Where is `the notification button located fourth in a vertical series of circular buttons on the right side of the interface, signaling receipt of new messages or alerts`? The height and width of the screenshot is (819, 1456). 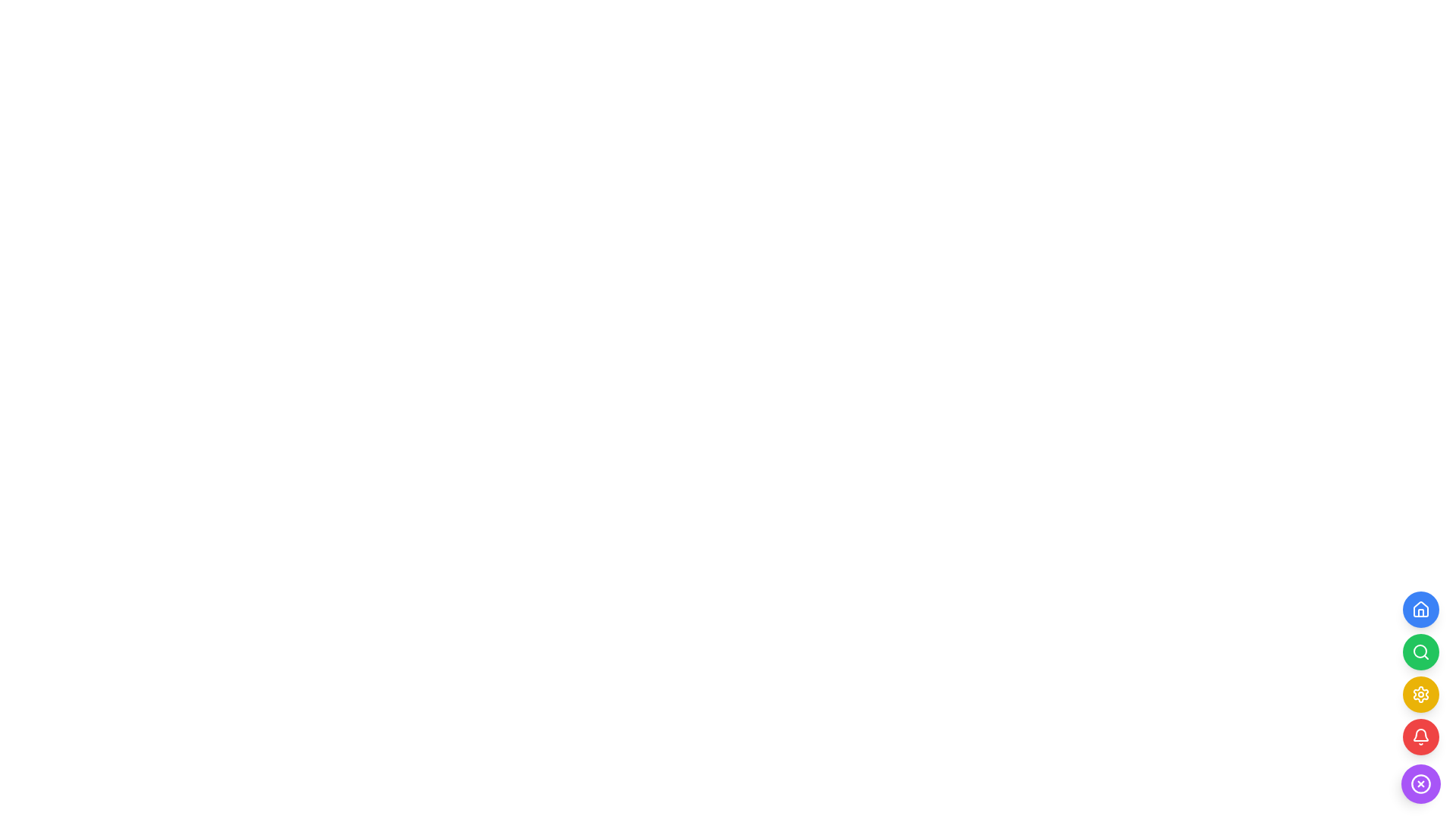 the notification button located fourth in a vertical series of circular buttons on the right side of the interface, signaling receipt of new messages or alerts is located at coordinates (1420, 736).